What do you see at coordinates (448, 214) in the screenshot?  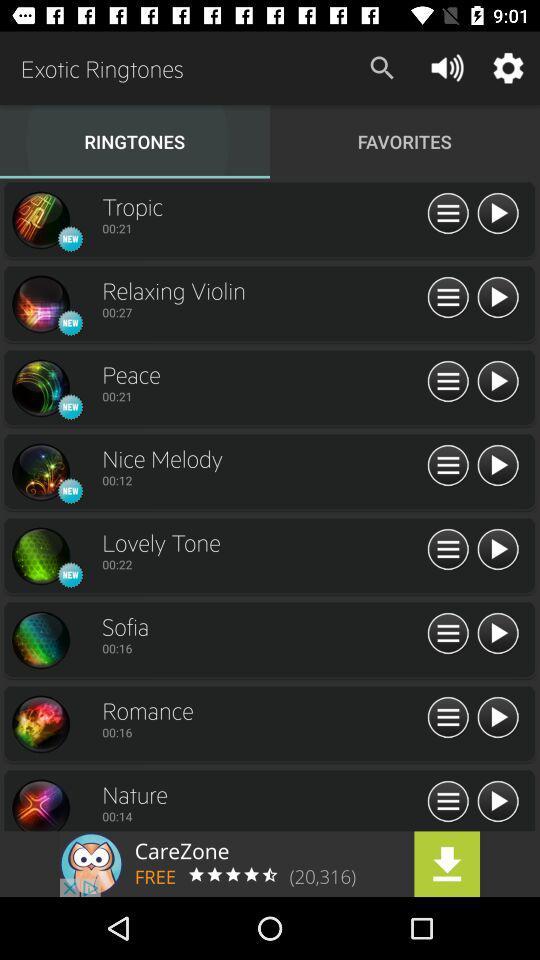 I see `tropic options` at bounding box center [448, 214].